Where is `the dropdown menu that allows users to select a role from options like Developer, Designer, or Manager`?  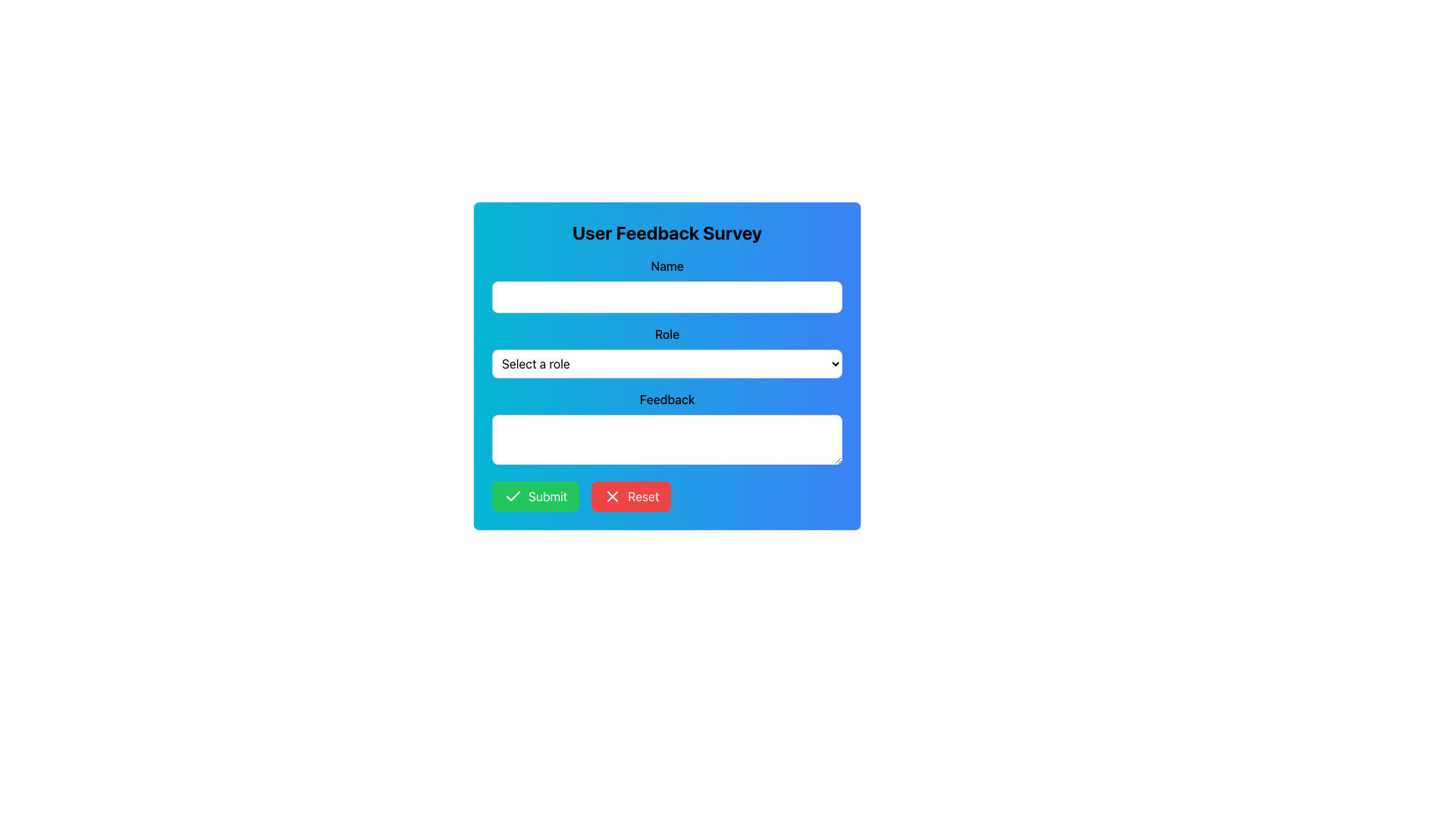 the dropdown menu that allows users to select a role from options like Developer, Designer, or Manager is located at coordinates (667, 351).